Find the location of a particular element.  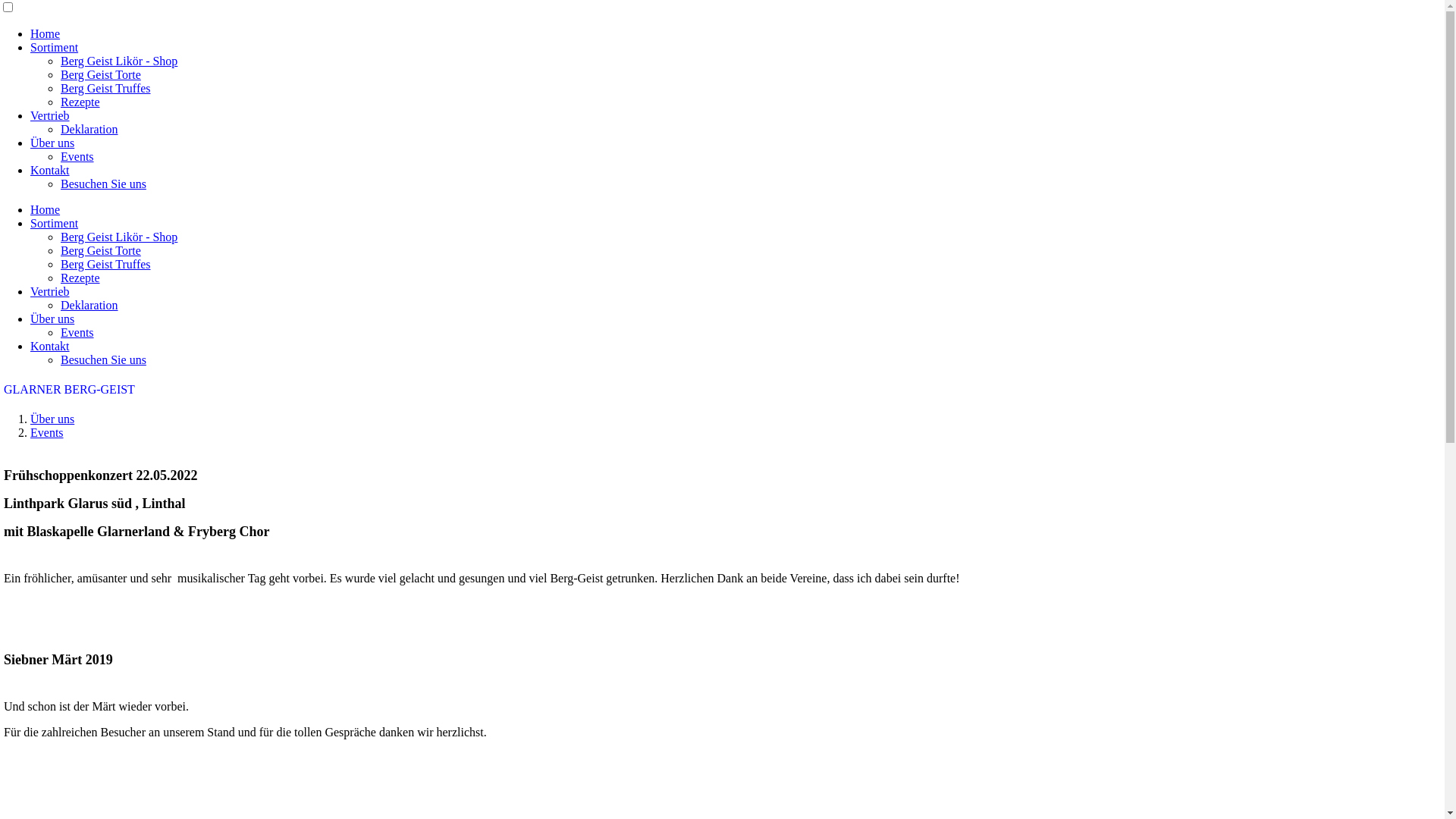

'GLARNER BERG-GEIST' is located at coordinates (68, 388).